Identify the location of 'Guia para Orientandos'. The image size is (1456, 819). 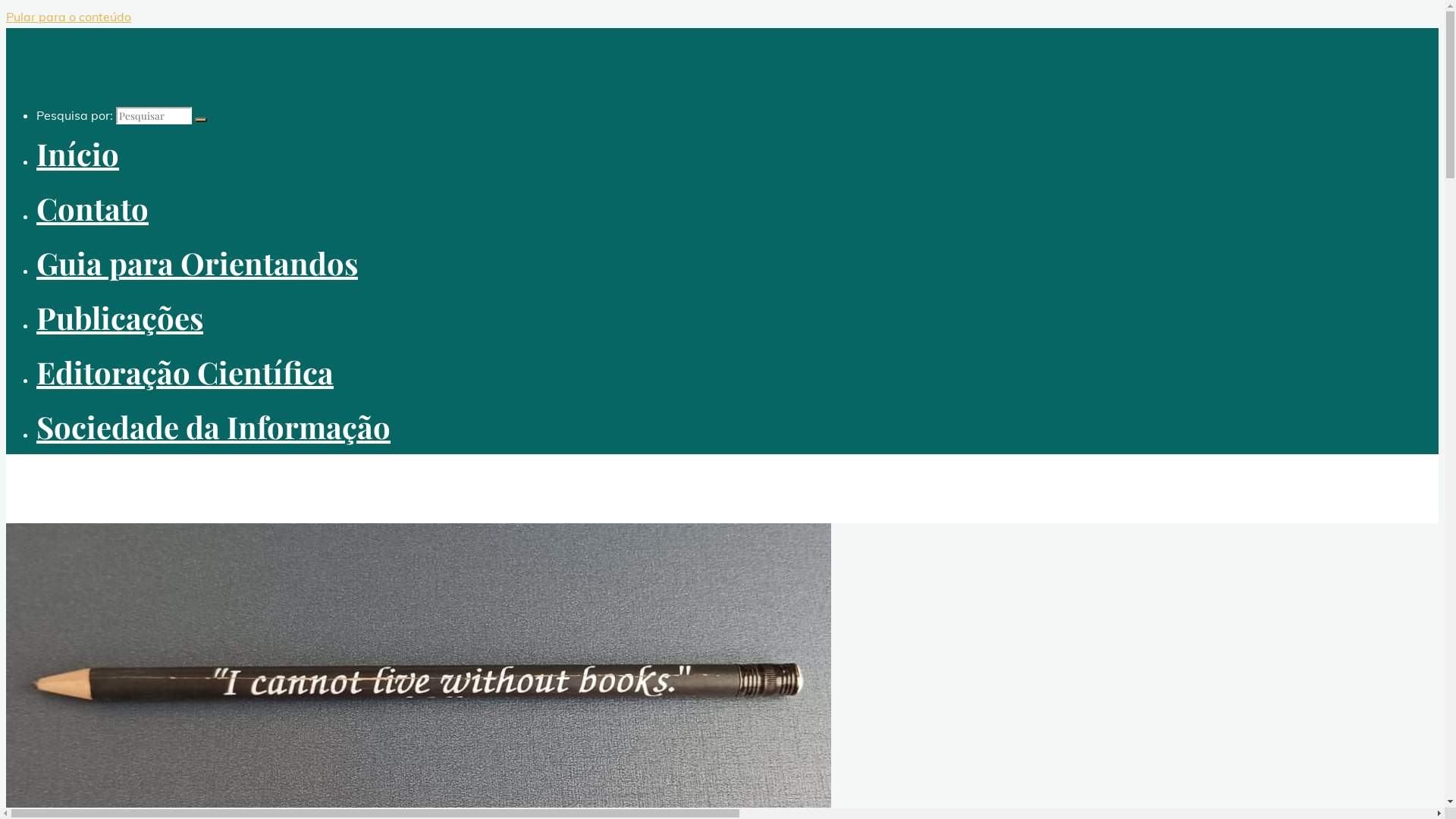
(100, 789).